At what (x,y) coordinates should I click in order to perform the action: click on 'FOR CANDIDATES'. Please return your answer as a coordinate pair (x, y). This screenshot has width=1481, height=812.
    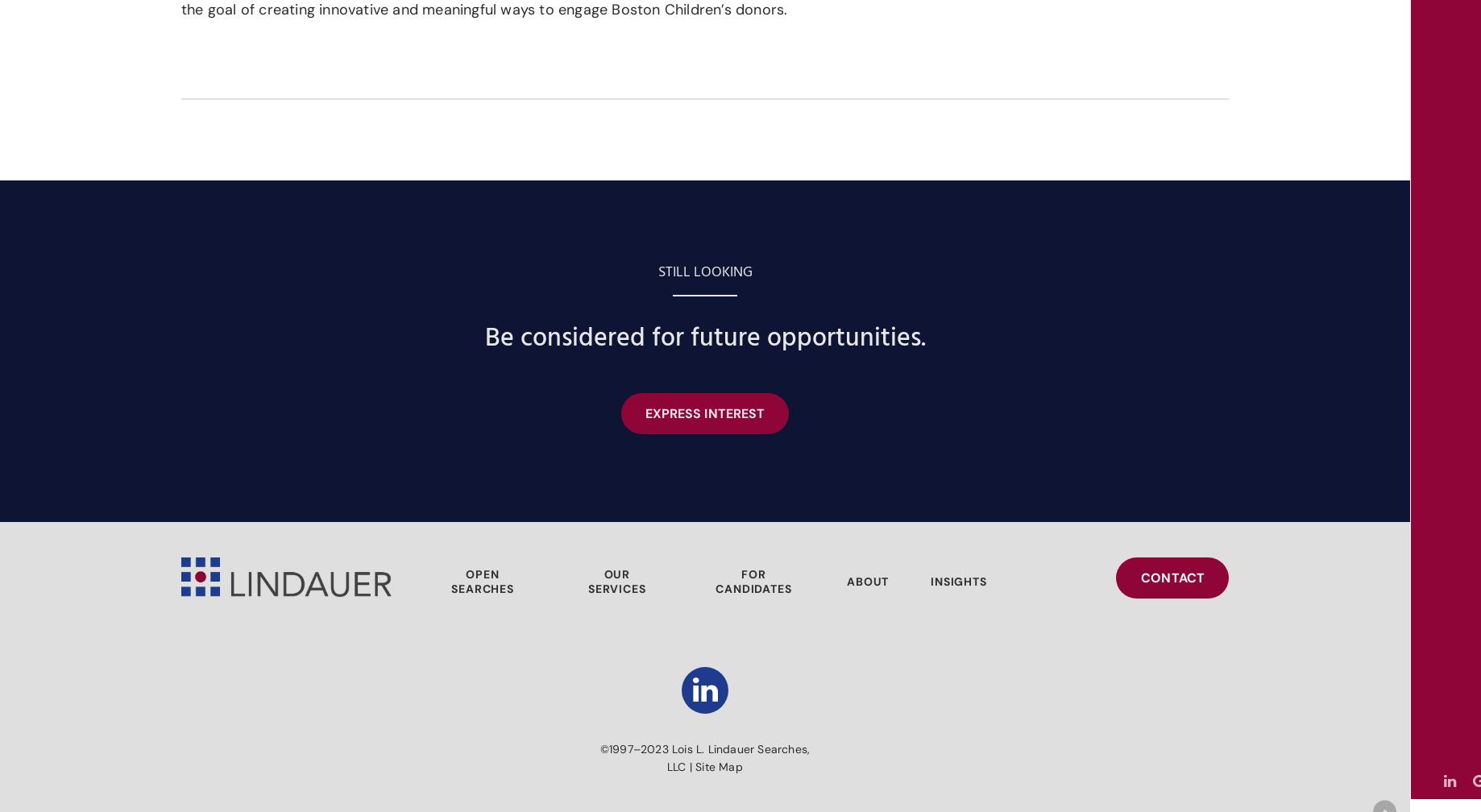
    Looking at the image, I should click on (753, 582).